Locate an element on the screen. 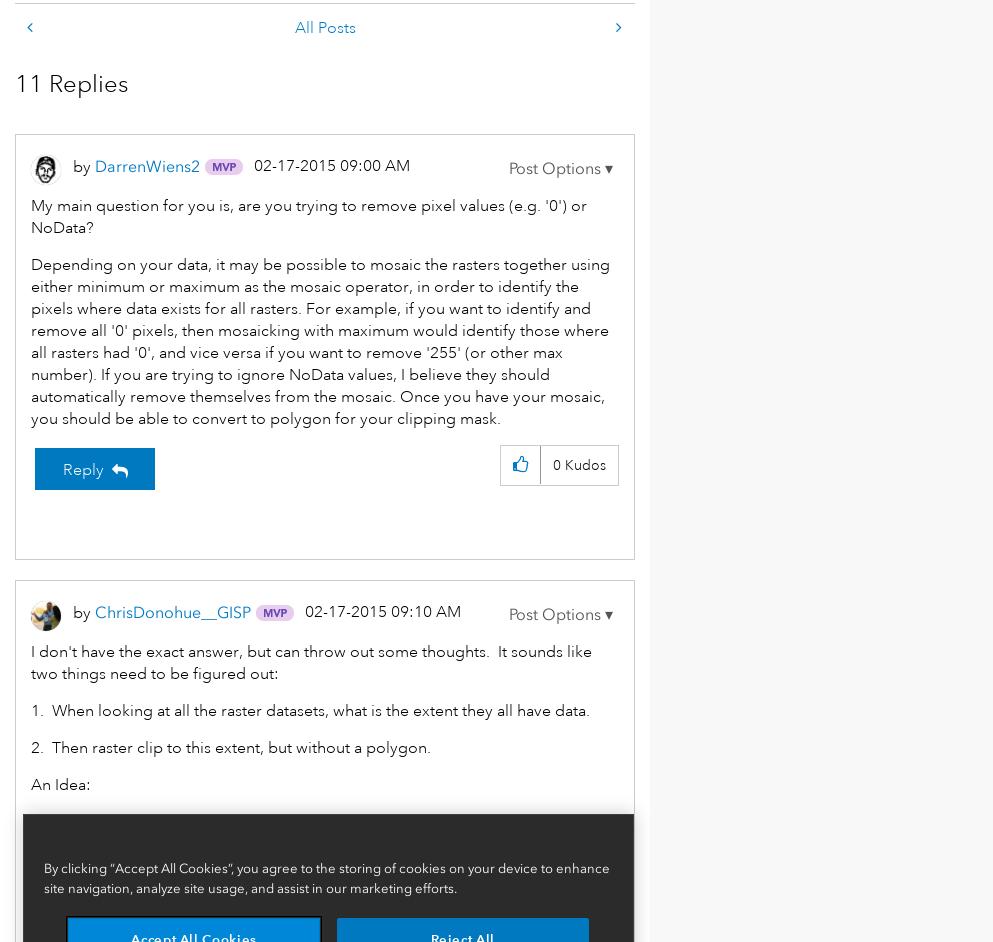 The image size is (993, 942). 'ChrisDonohue__G' is located at coordinates (160, 611).